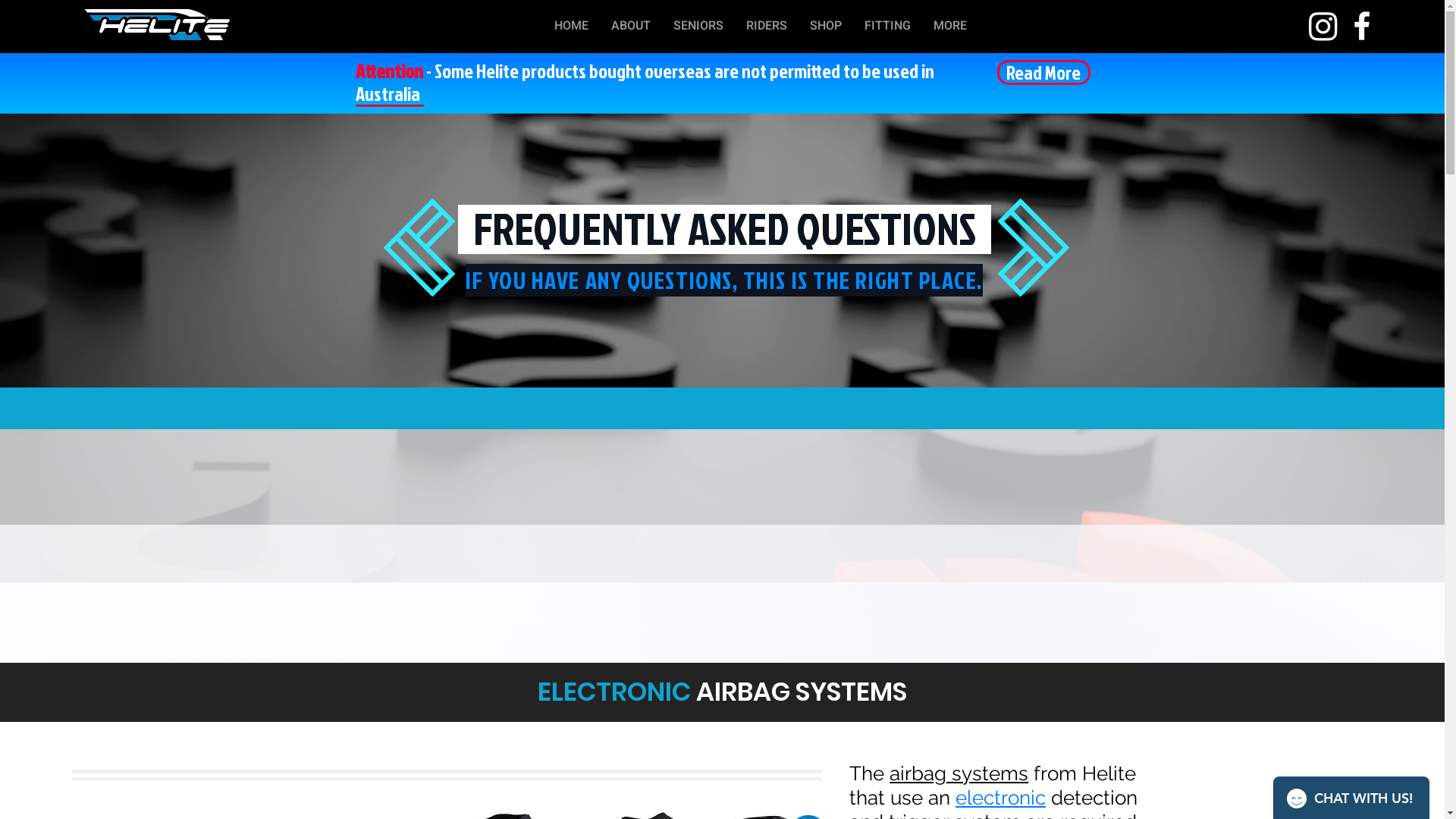 The width and height of the screenshot is (1456, 819). I want to click on 'SHOP', so click(825, 26).